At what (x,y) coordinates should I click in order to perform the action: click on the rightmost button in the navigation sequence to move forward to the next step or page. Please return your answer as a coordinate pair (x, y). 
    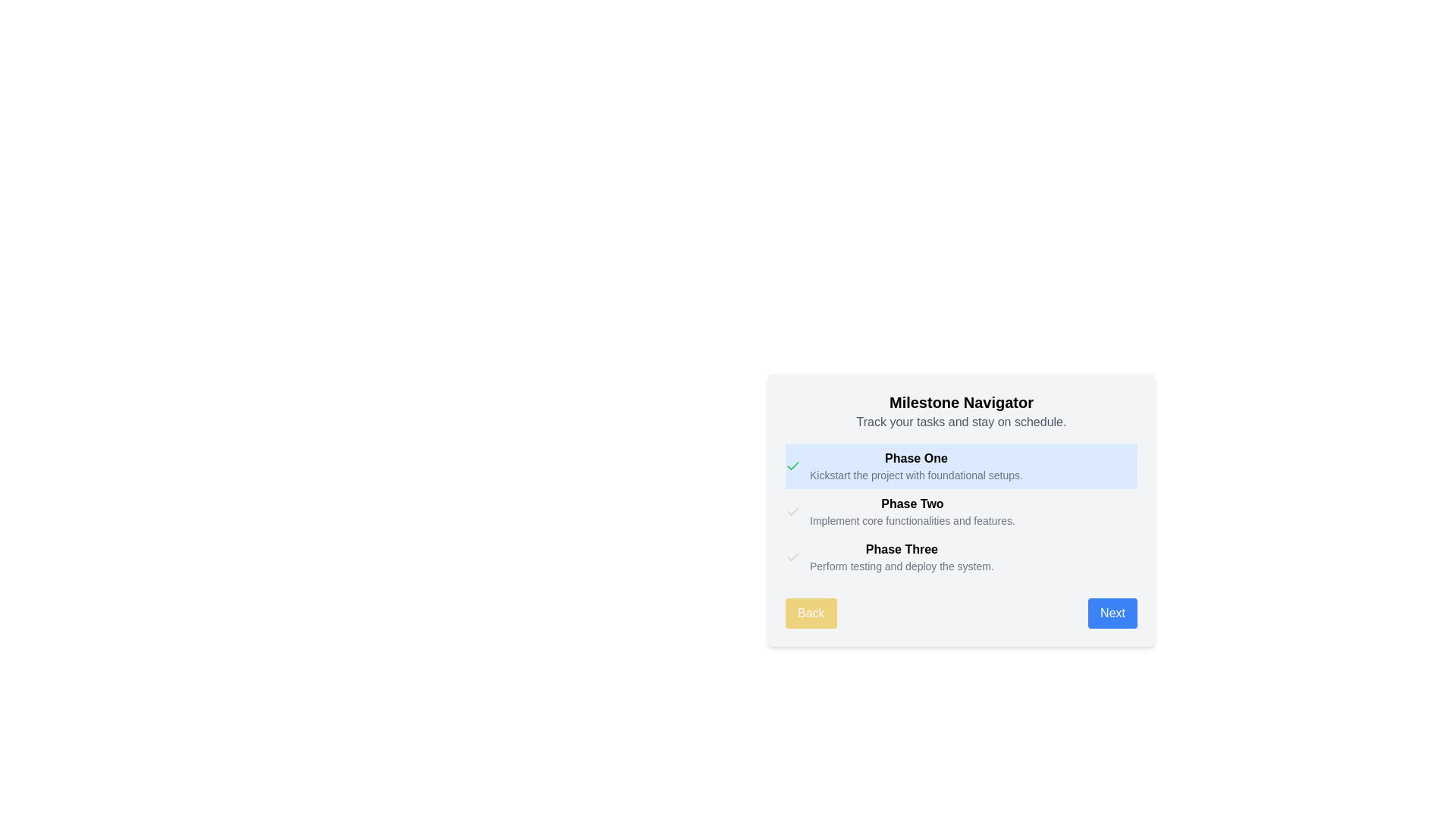
    Looking at the image, I should click on (1112, 613).